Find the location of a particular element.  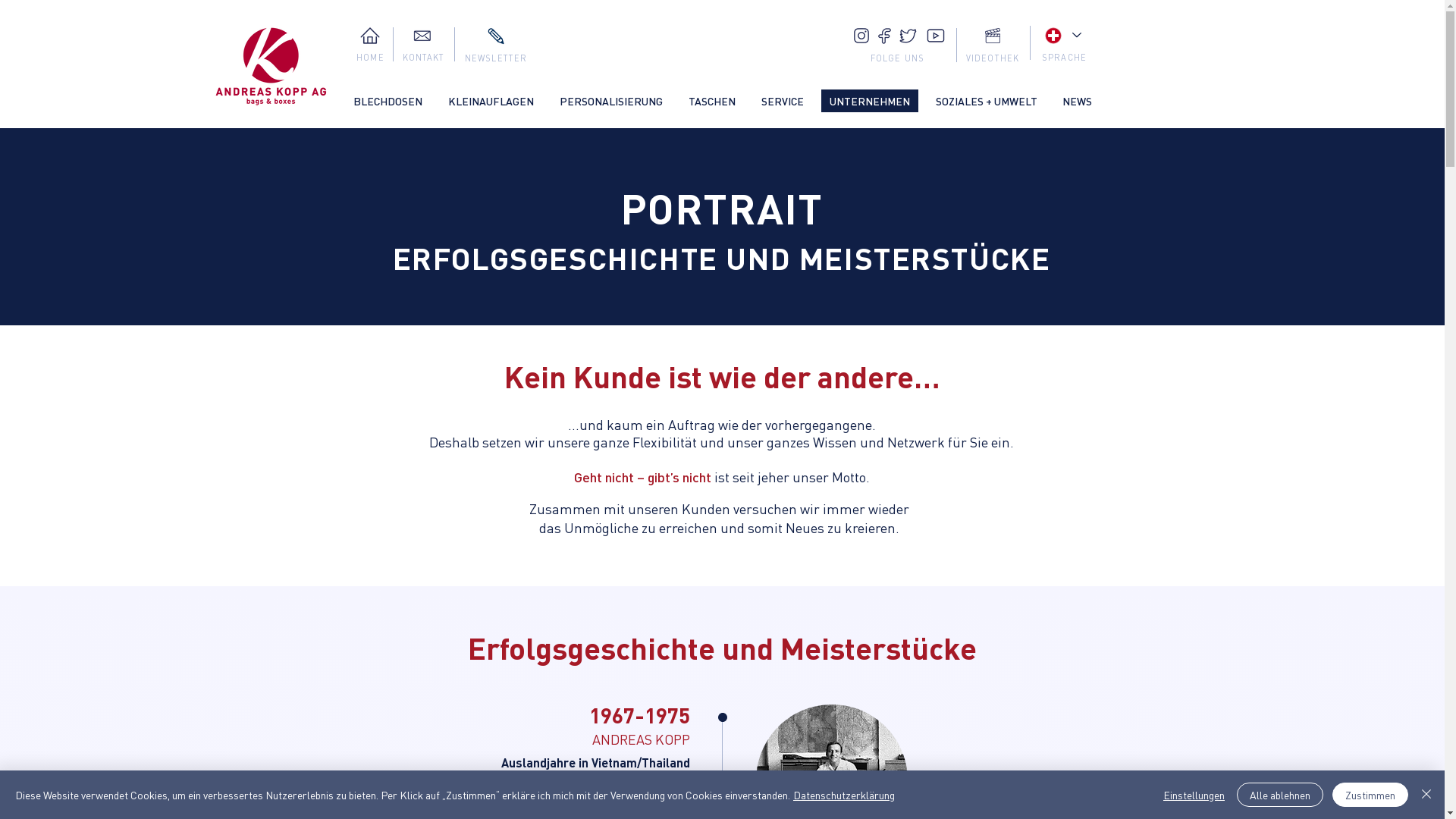

'BLECHDOSEN' is located at coordinates (387, 100).